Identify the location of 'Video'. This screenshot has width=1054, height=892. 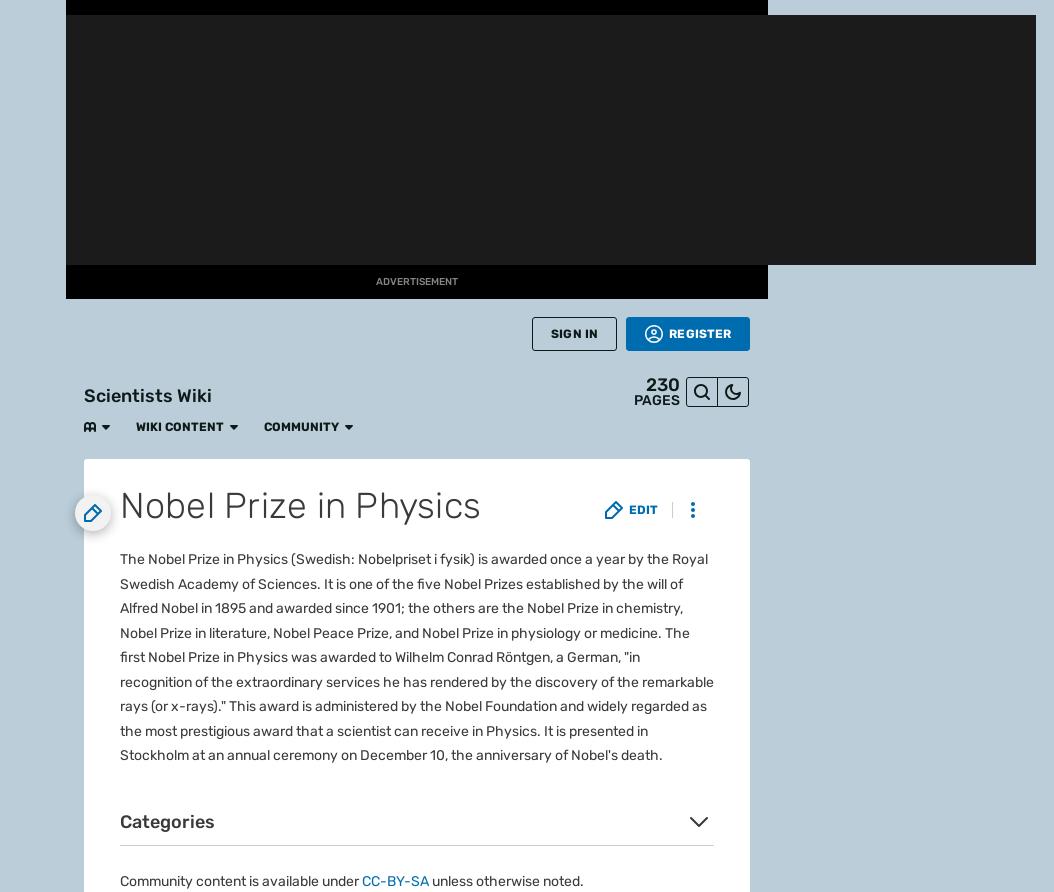
(32, 572).